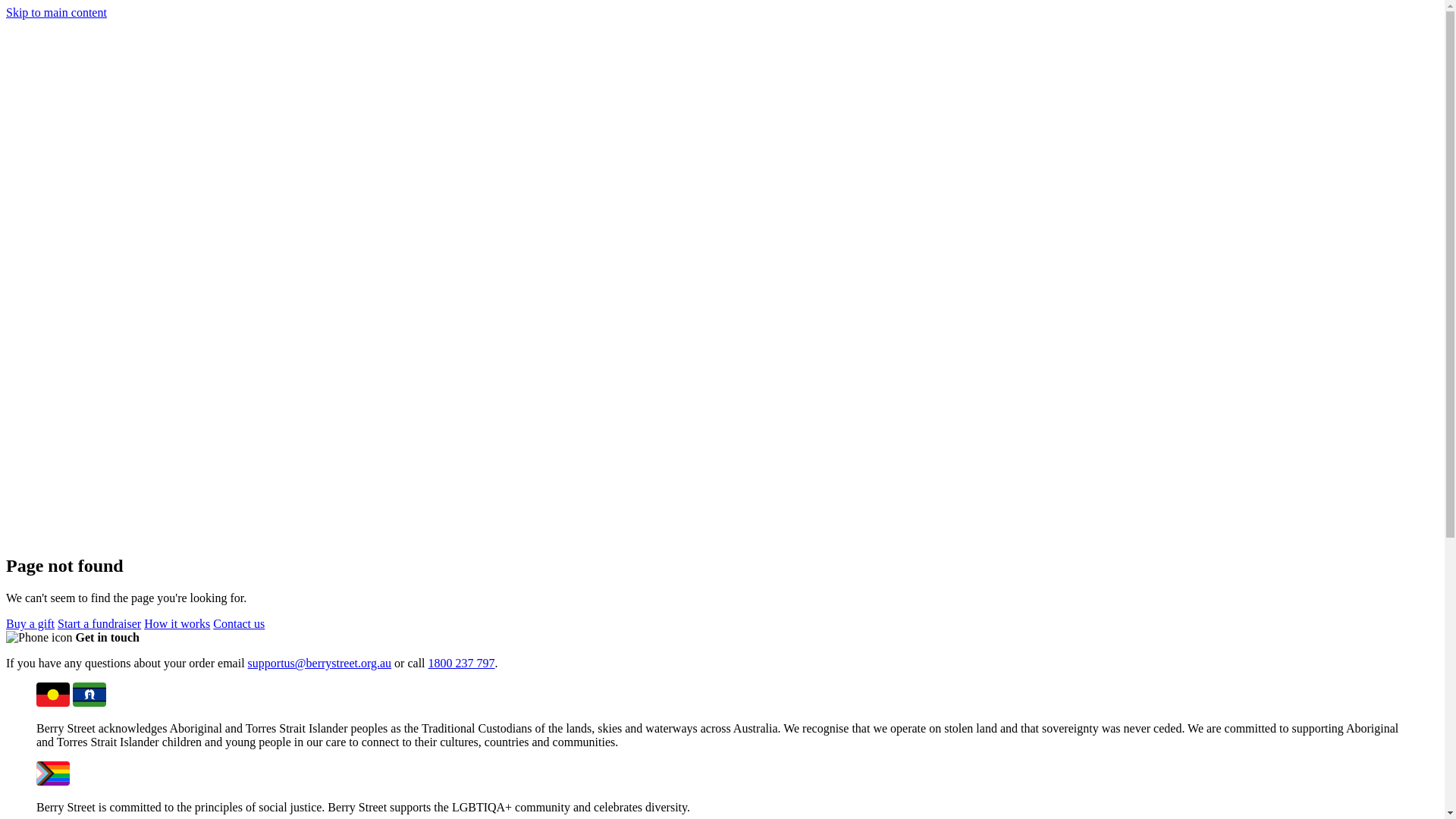  I want to click on '1800 237 797', so click(461, 662).